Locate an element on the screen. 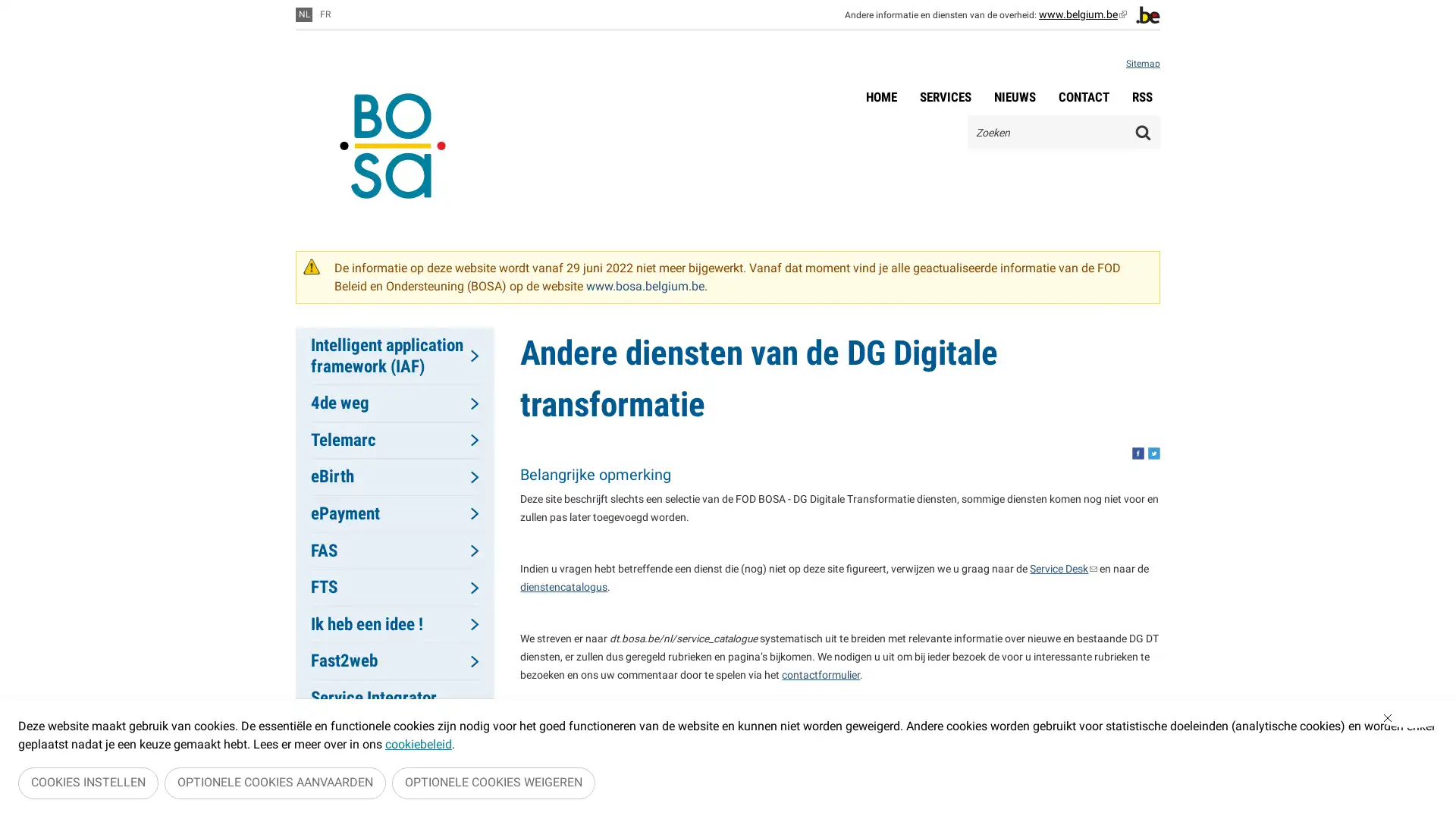  Sluiten is located at coordinates (1411, 720).